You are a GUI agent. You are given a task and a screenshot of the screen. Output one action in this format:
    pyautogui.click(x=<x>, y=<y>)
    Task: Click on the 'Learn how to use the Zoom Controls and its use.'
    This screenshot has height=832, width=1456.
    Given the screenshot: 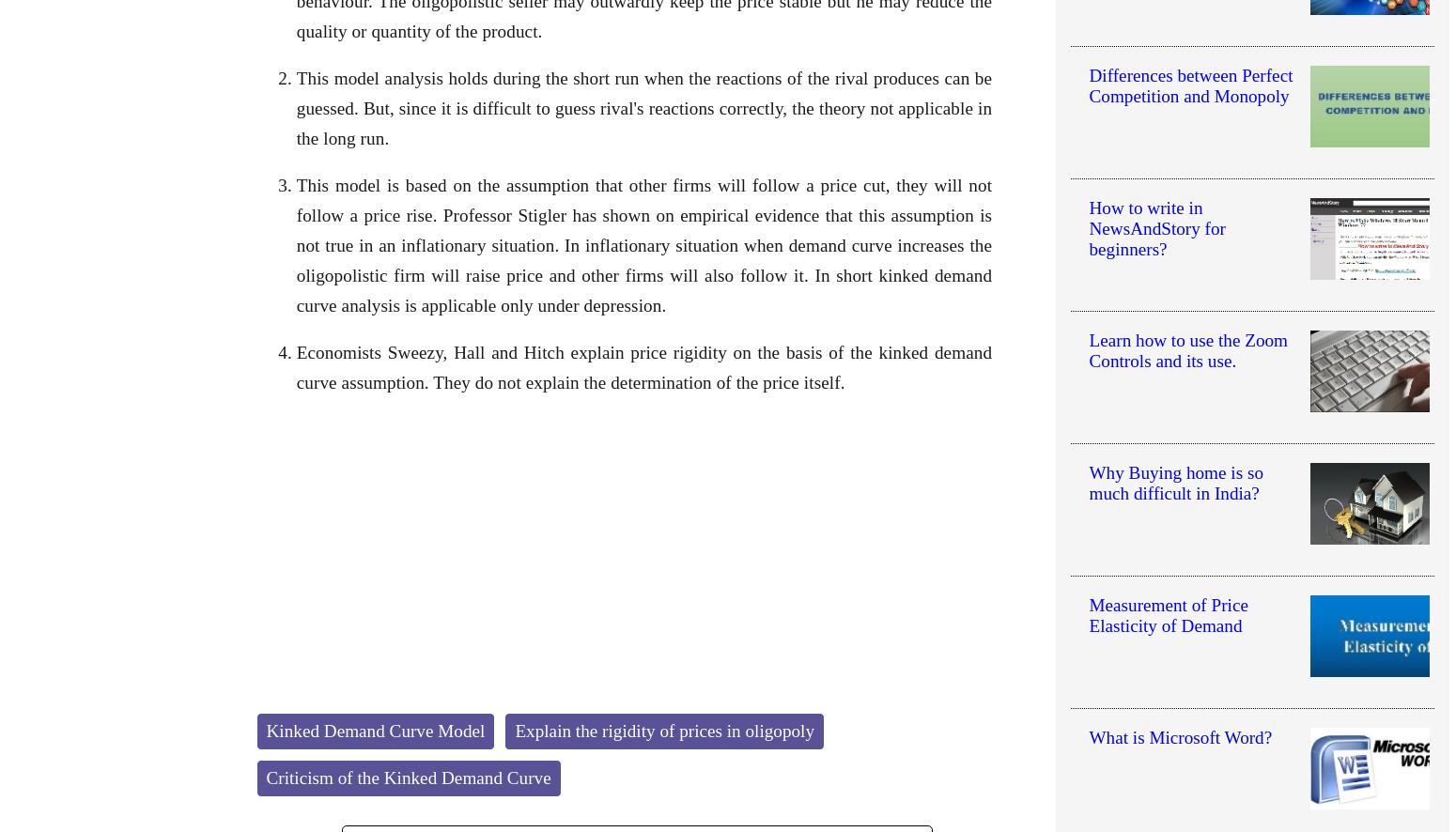 What is the action you would take?
    pyautogui.click(x=1087, y=350)
    